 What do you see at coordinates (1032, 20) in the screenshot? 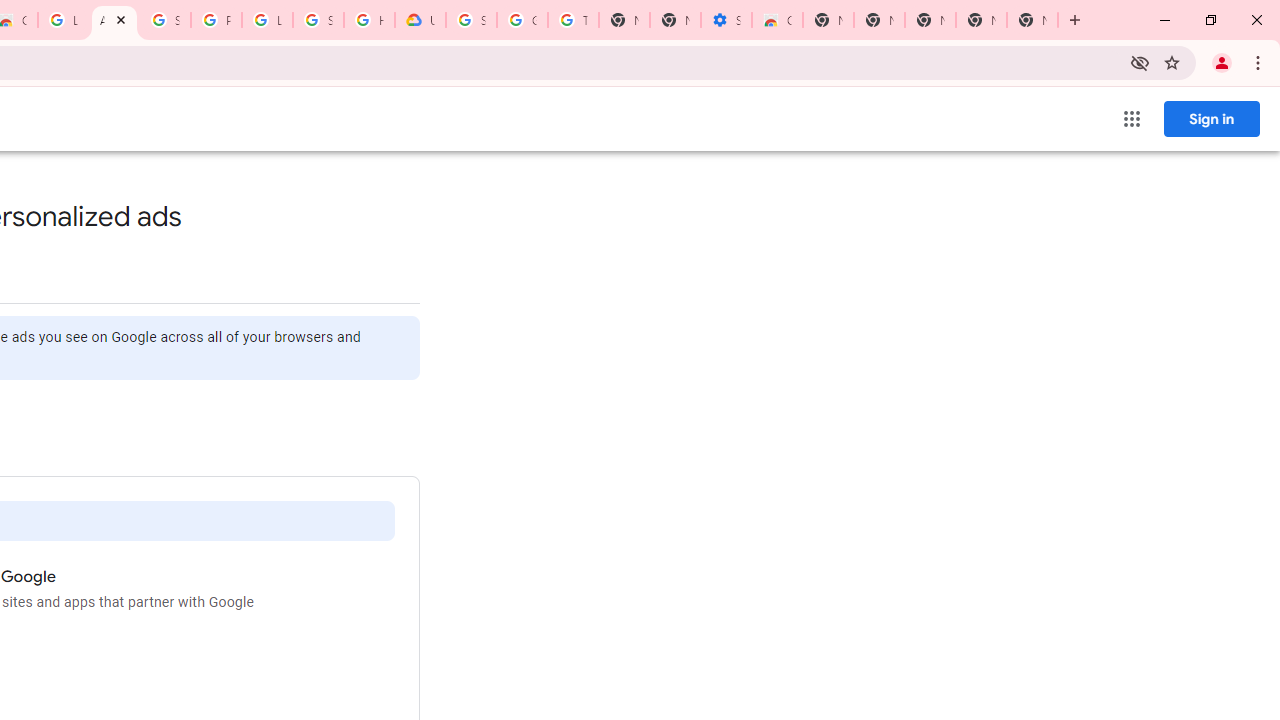
I see `'New Tab'` at bounding box center [1032, 20].